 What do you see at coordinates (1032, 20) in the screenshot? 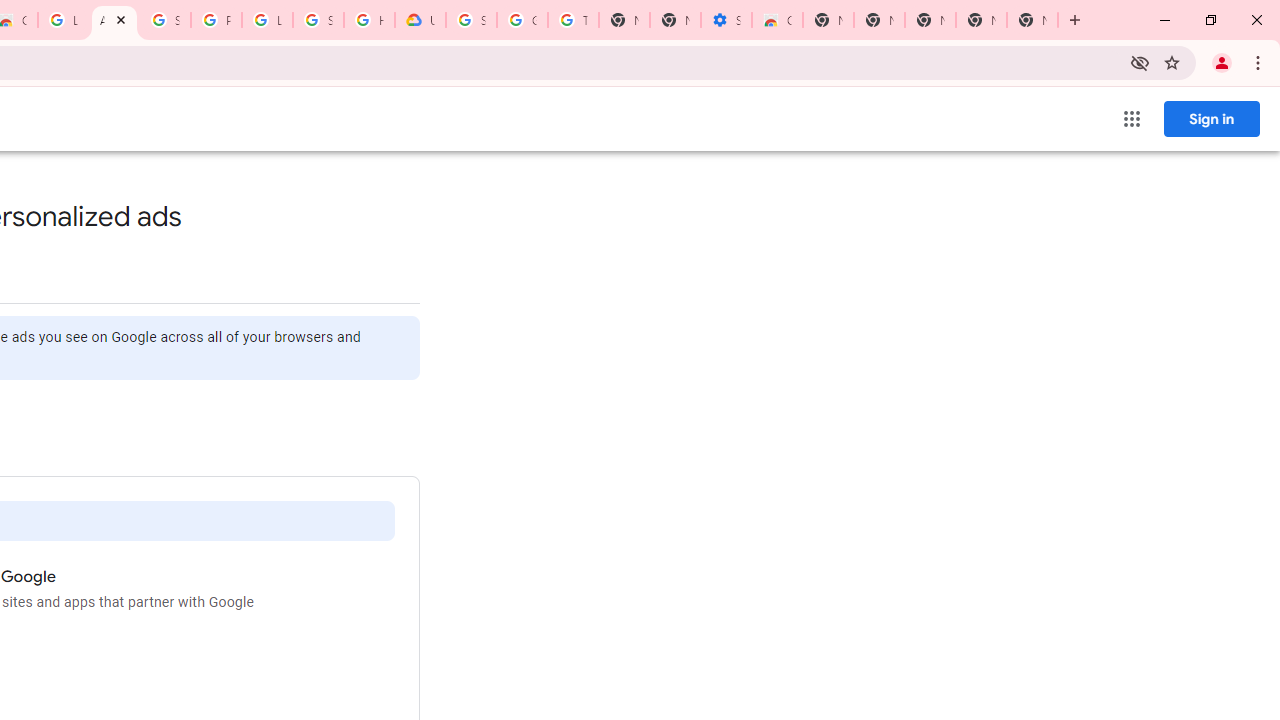
I see `'New Tab'` at bounding box center [1032, 20].